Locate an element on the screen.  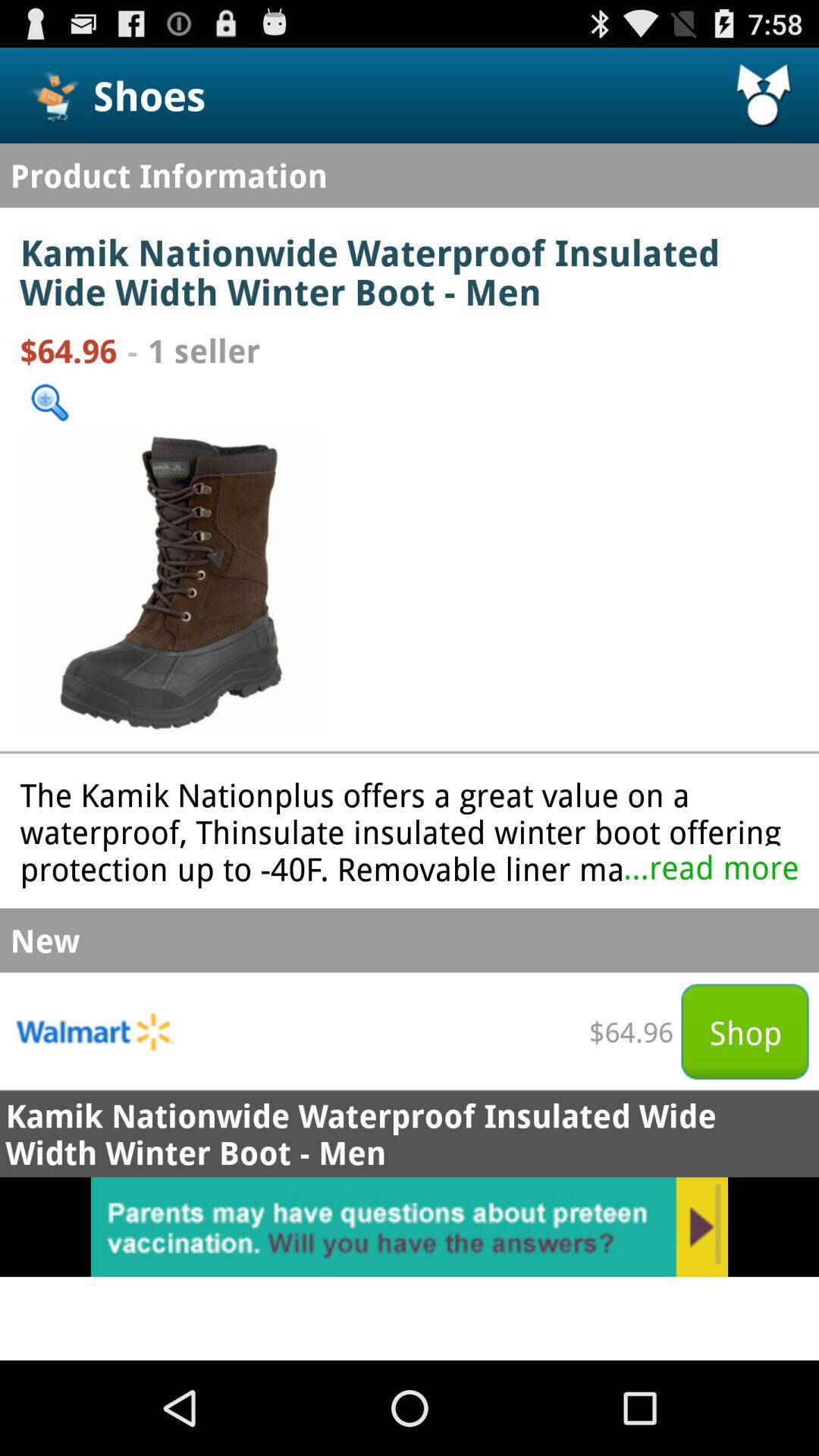
image magnifier is located at coordinates (49, 403).